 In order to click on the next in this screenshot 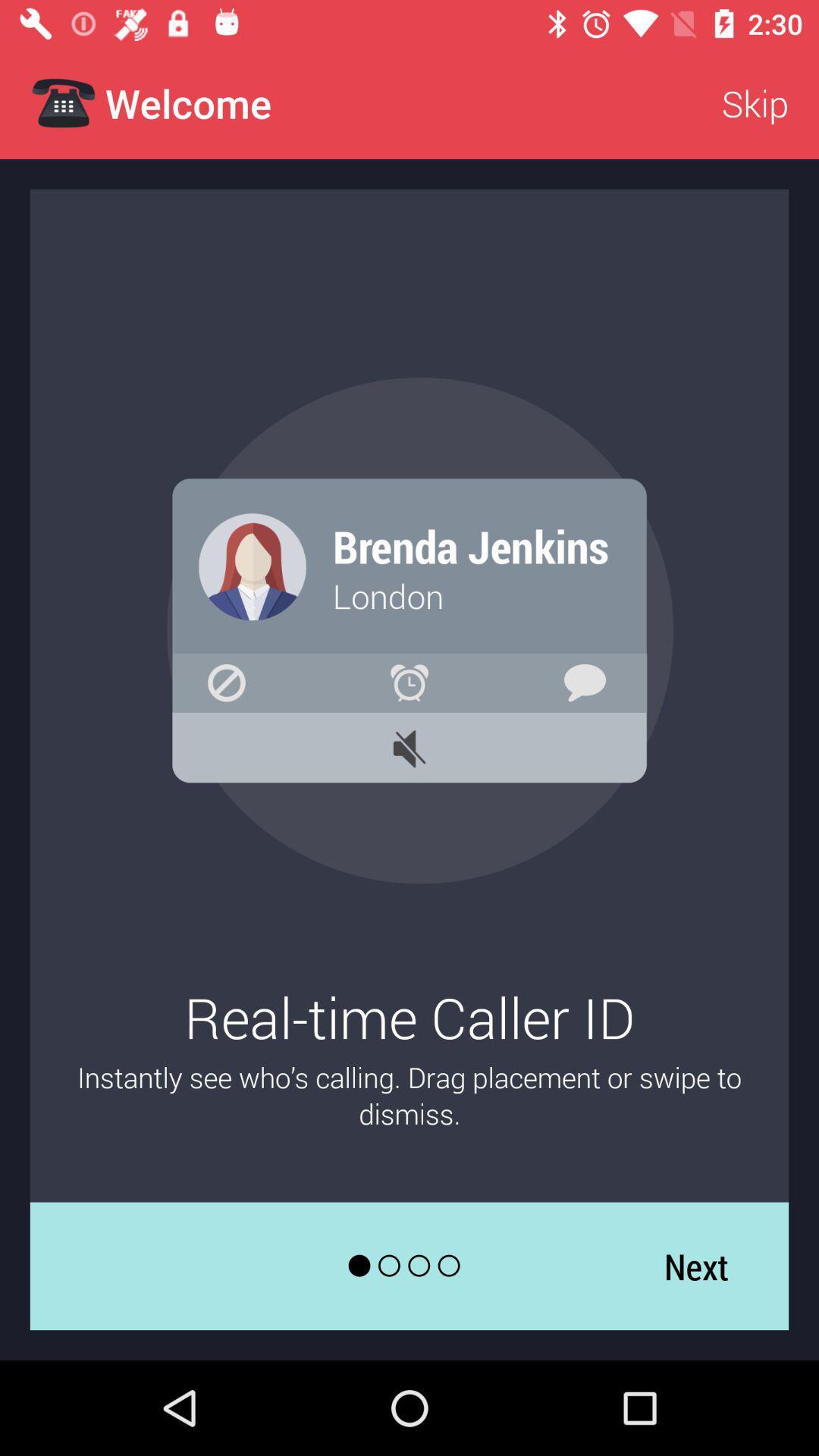, I will do `click(696, 1266)`.